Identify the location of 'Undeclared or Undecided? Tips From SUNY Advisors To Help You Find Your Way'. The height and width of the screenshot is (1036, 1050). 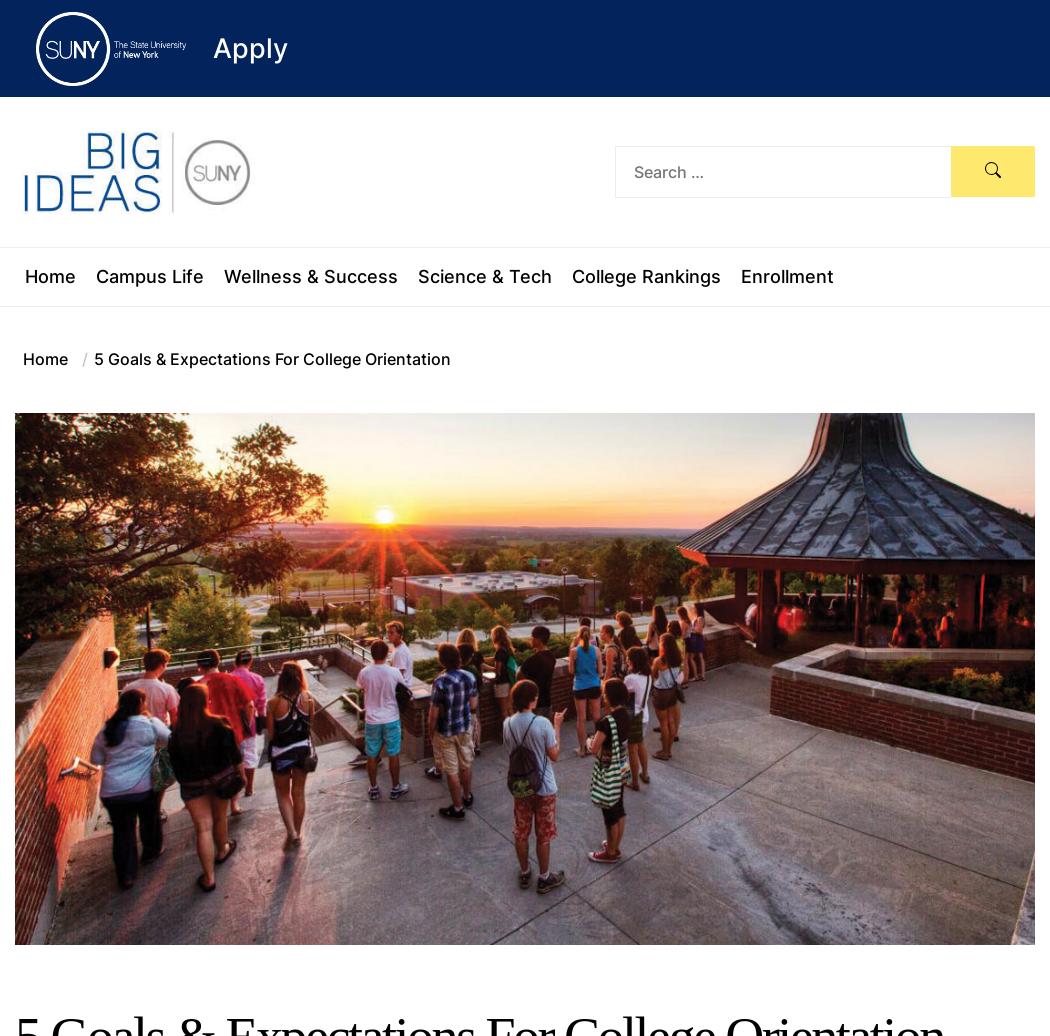
(722, 110).